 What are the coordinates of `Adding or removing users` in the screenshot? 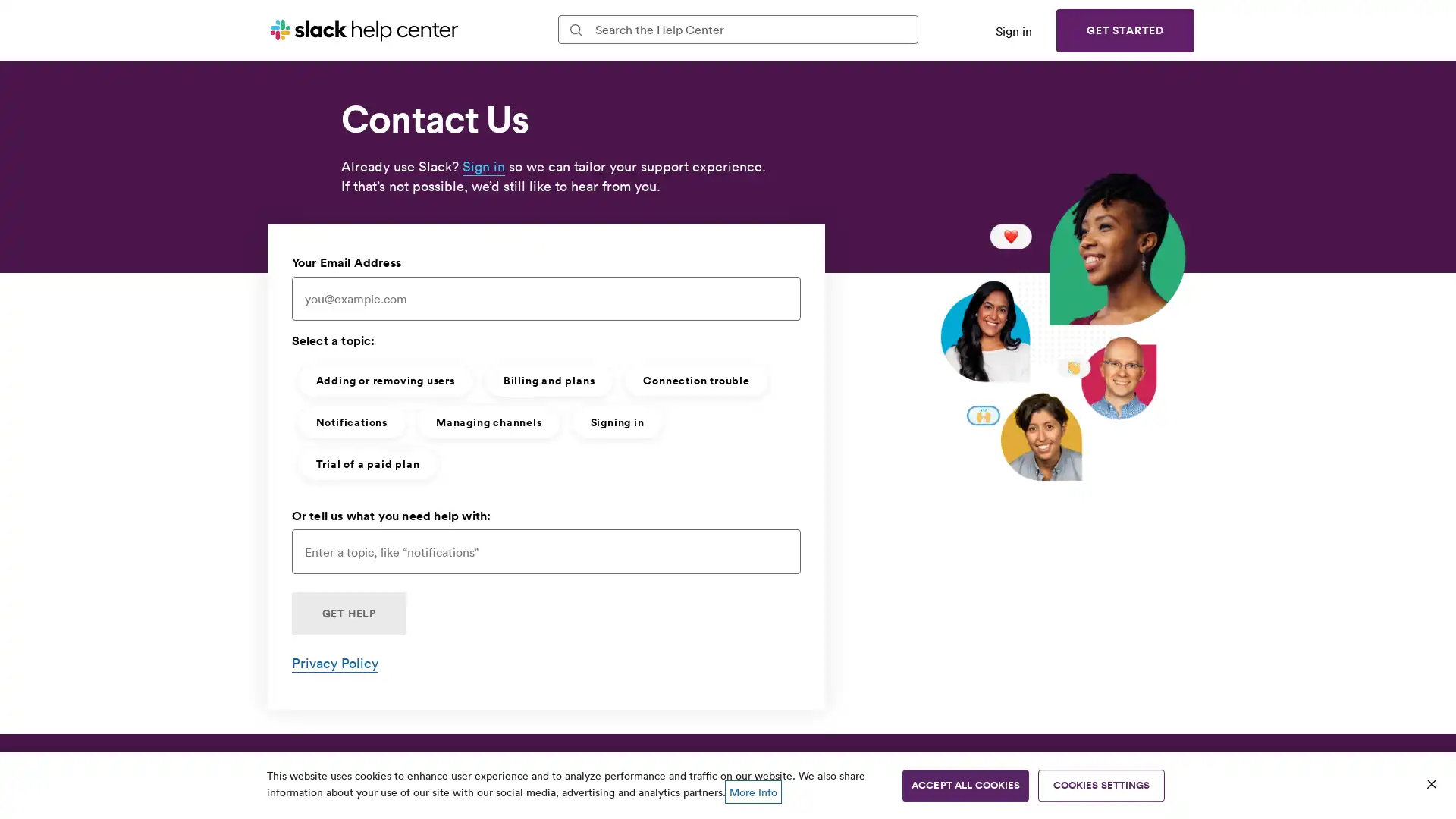 It's located at (384, 379).